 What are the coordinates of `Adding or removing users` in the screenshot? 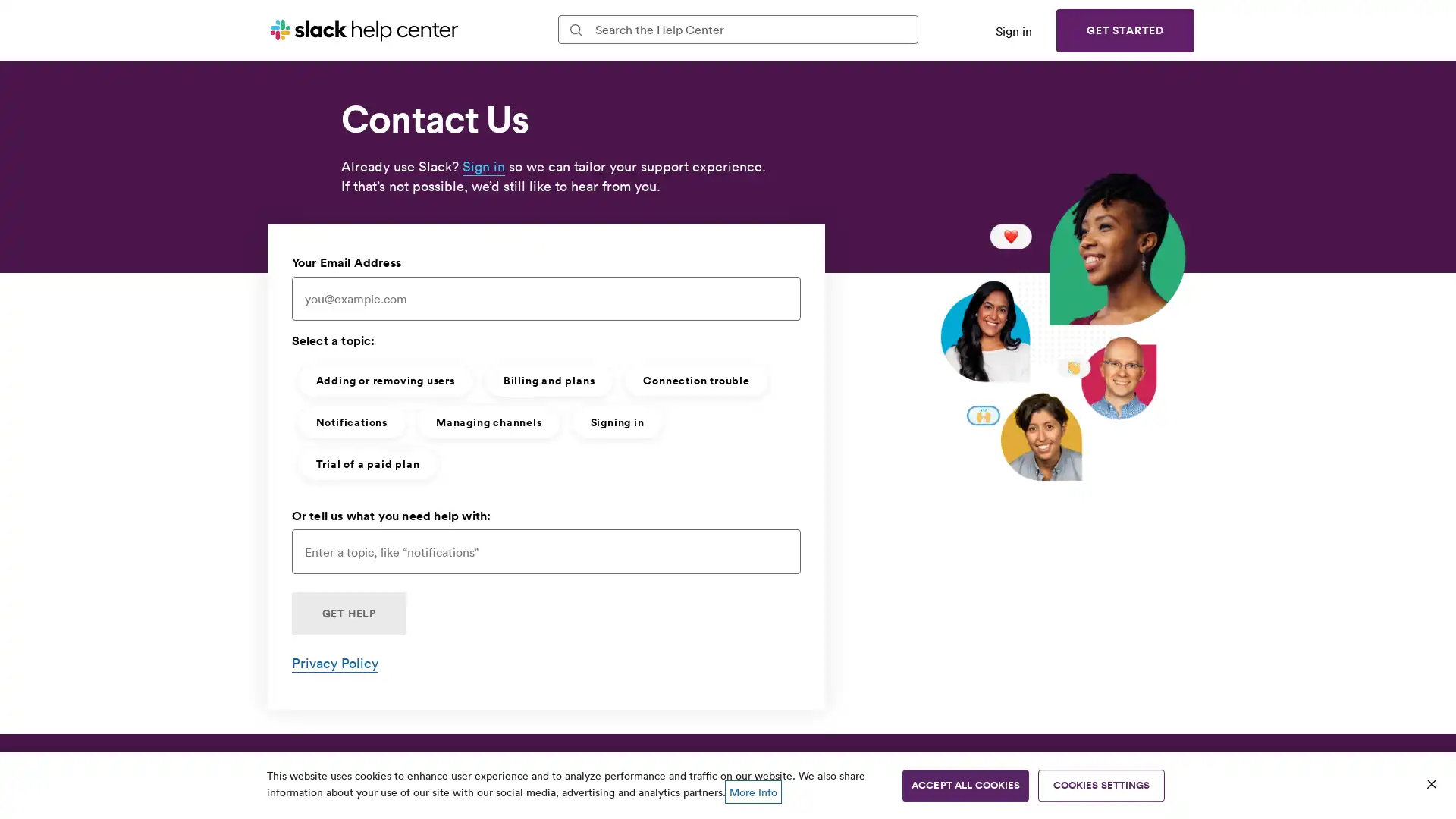 It's located at (384, 379).